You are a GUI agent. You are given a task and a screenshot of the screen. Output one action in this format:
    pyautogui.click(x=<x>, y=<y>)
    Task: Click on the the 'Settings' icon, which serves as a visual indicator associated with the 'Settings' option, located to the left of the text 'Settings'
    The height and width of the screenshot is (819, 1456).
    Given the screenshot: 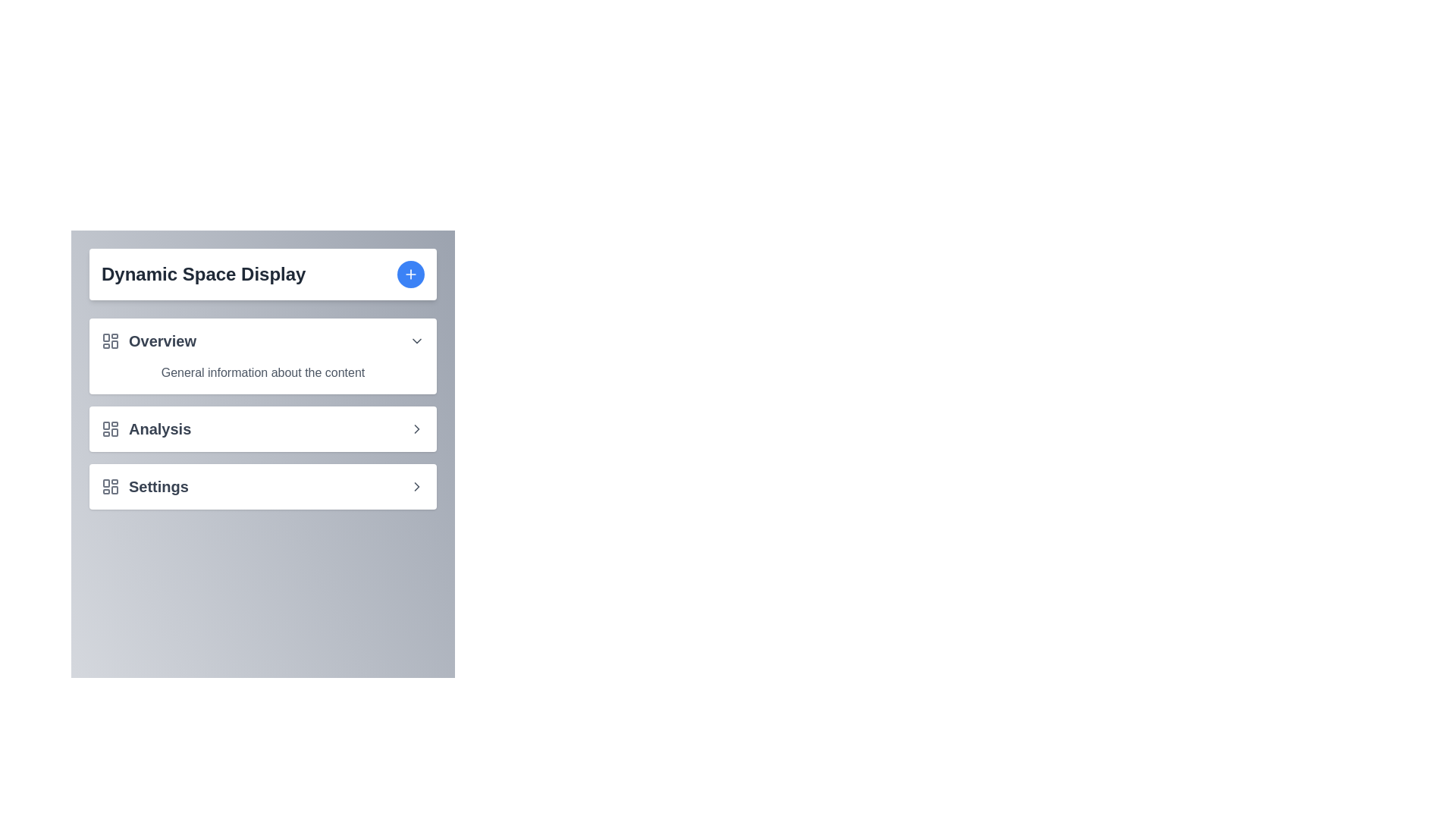 What is the action you would take?
    pyautogui.click(x=109, y=486)
    